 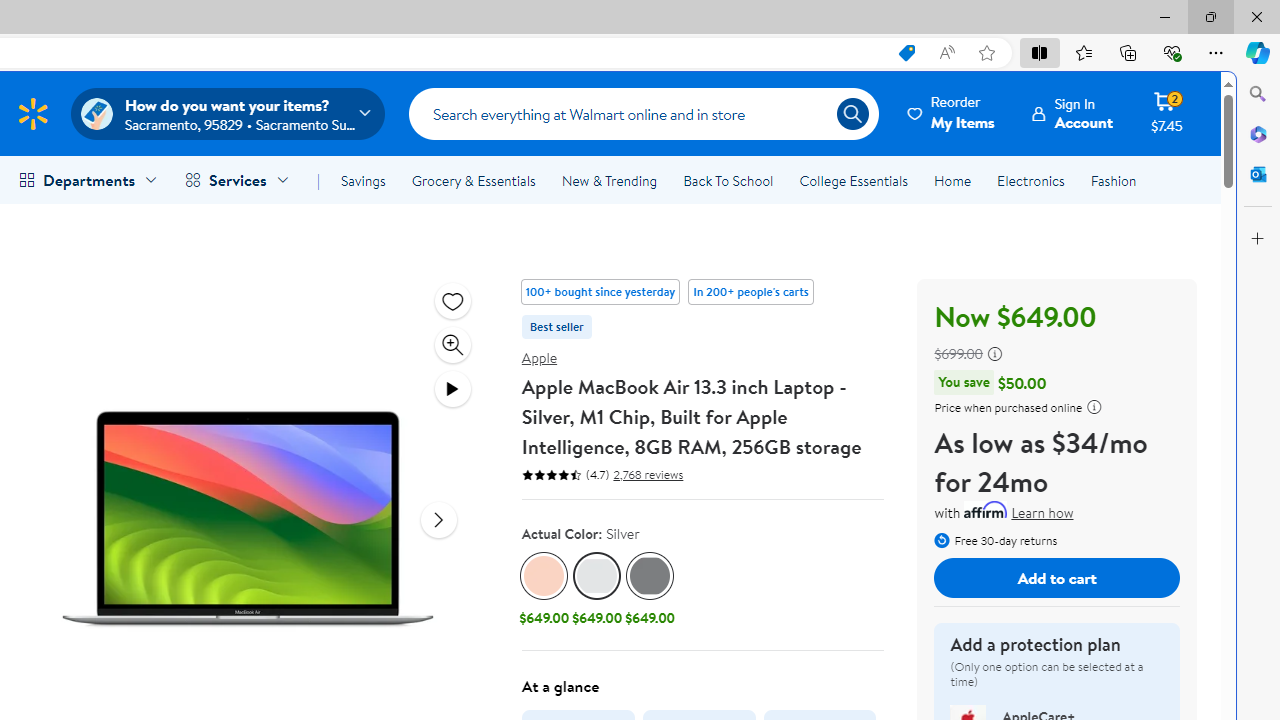 I want to click on 'Back To School', so click(x=727, y=181).